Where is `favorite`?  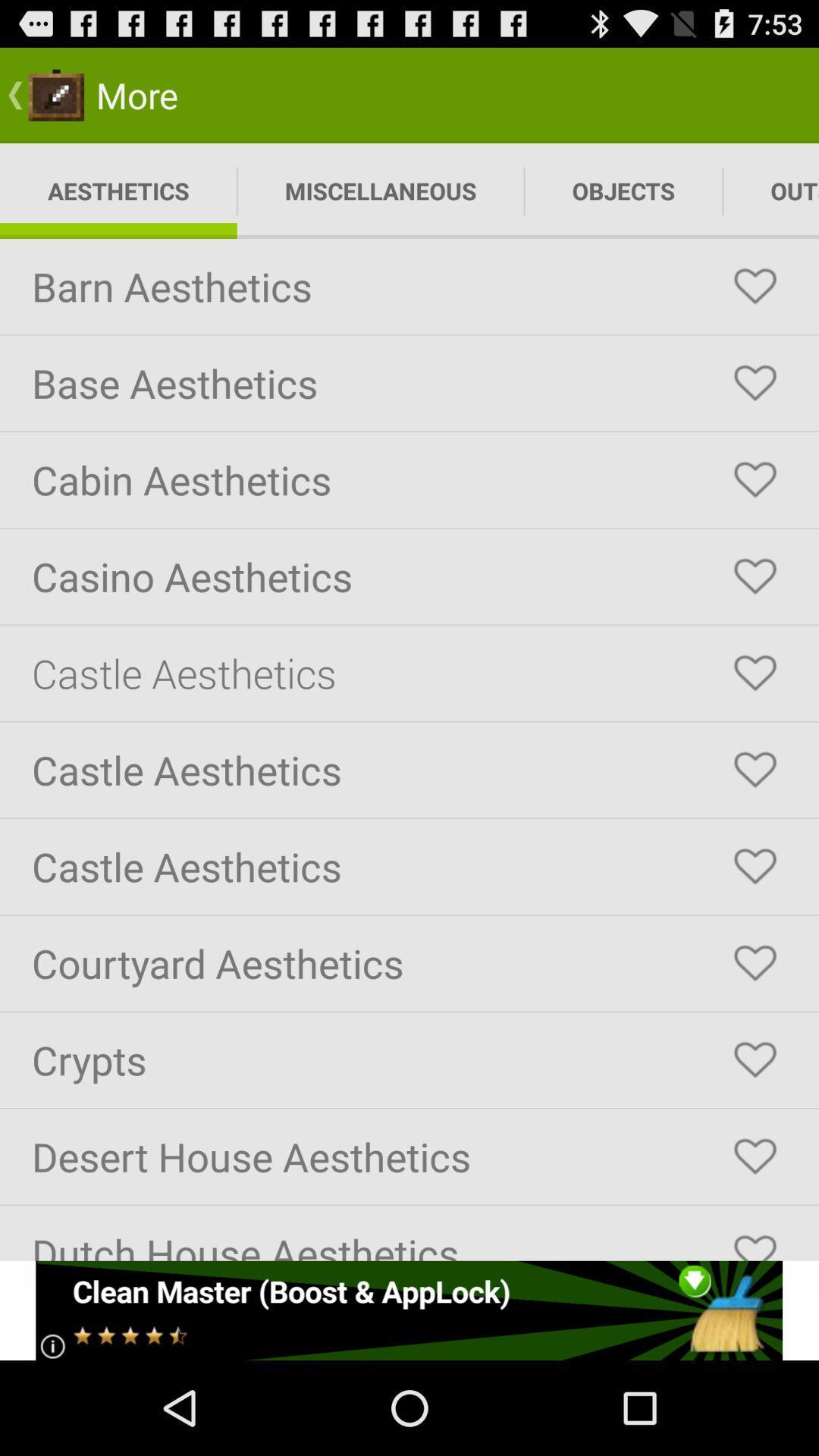
favorite is located at coordinates (755, 1156).